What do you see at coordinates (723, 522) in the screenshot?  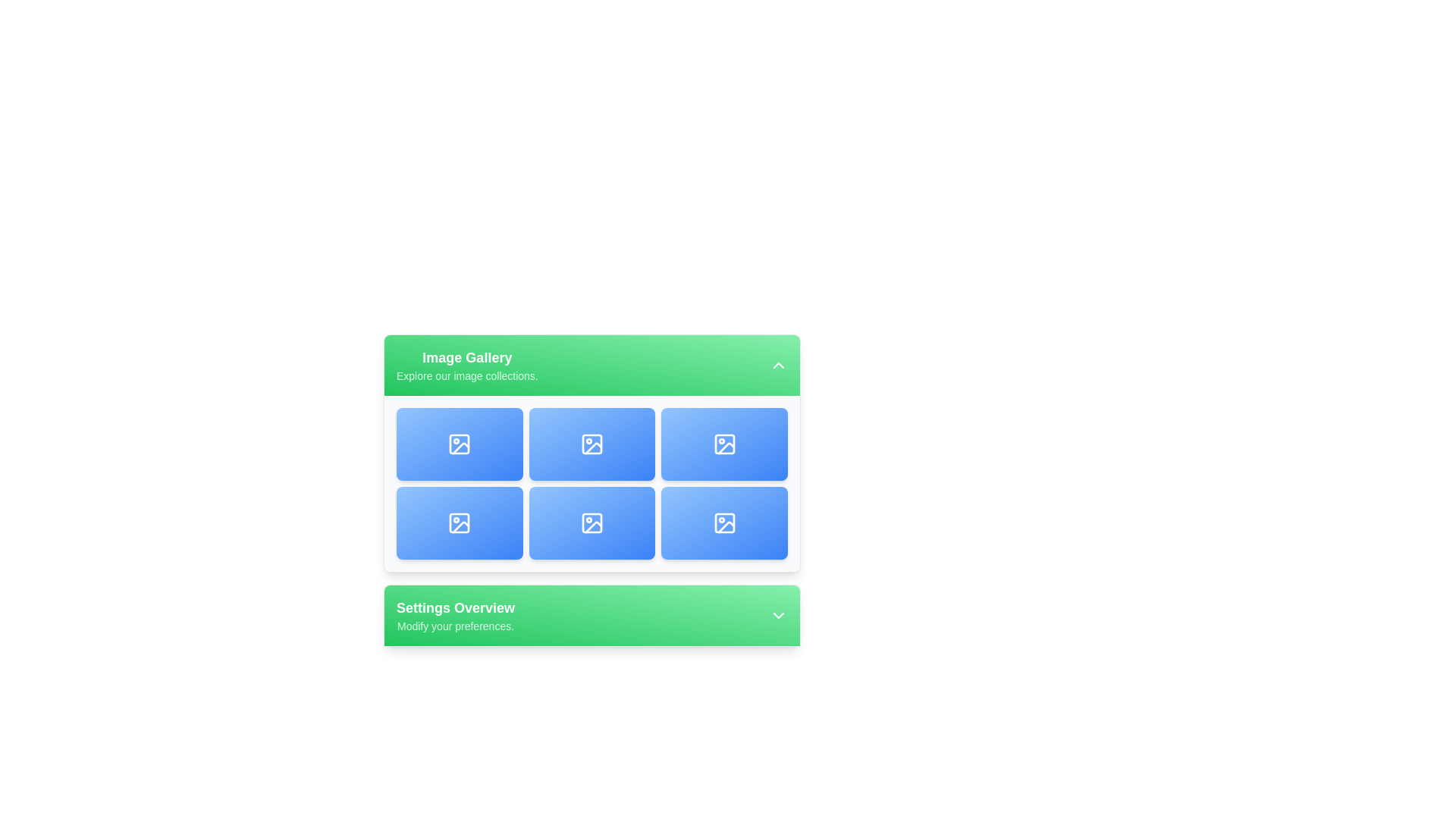 I see `the icon located in the bottom-right corner of the 'Image Gallery' section's button grid, which is used for image interaction` at bounding box center [723, 522].